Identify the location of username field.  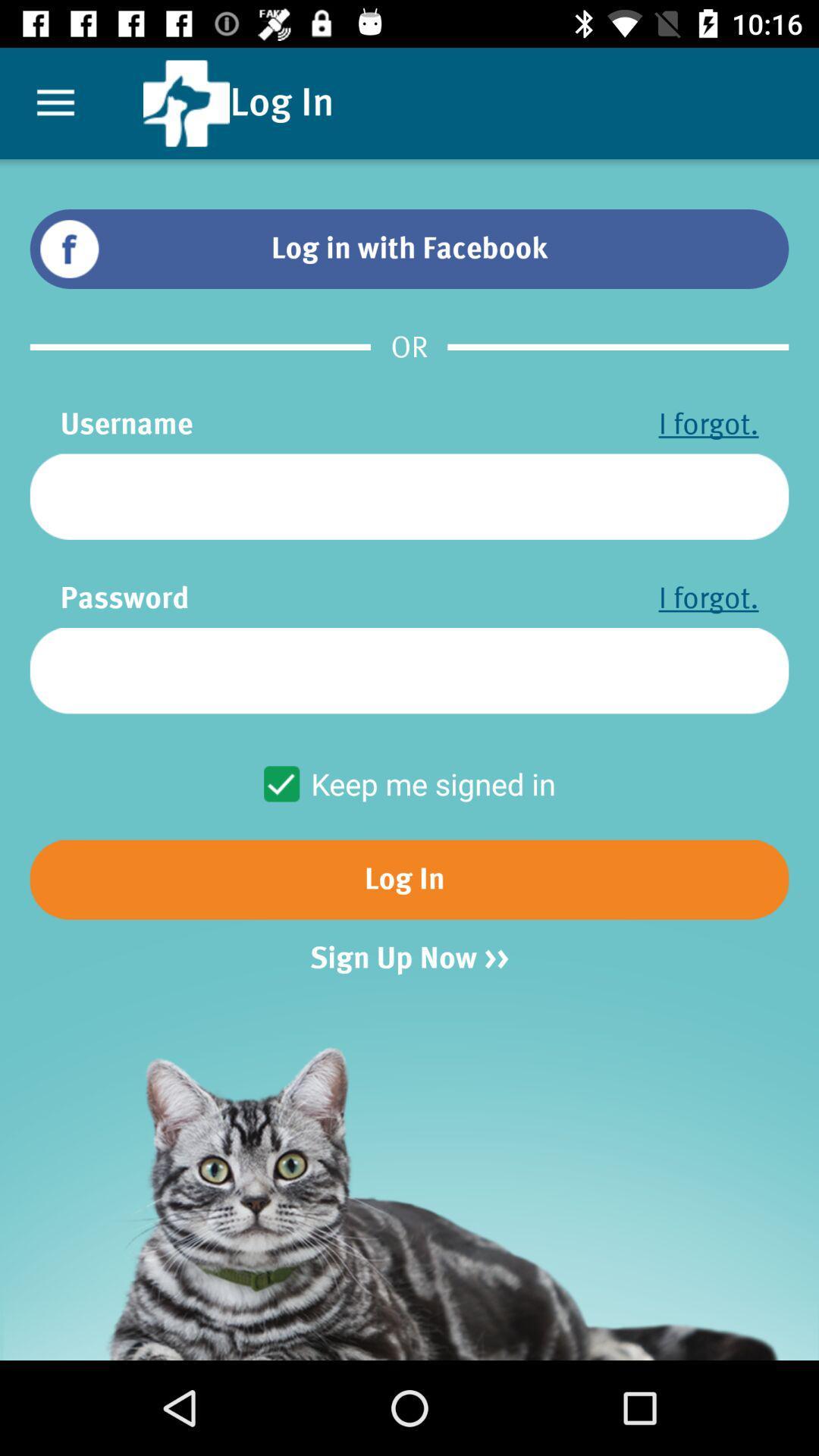
(409, 497).